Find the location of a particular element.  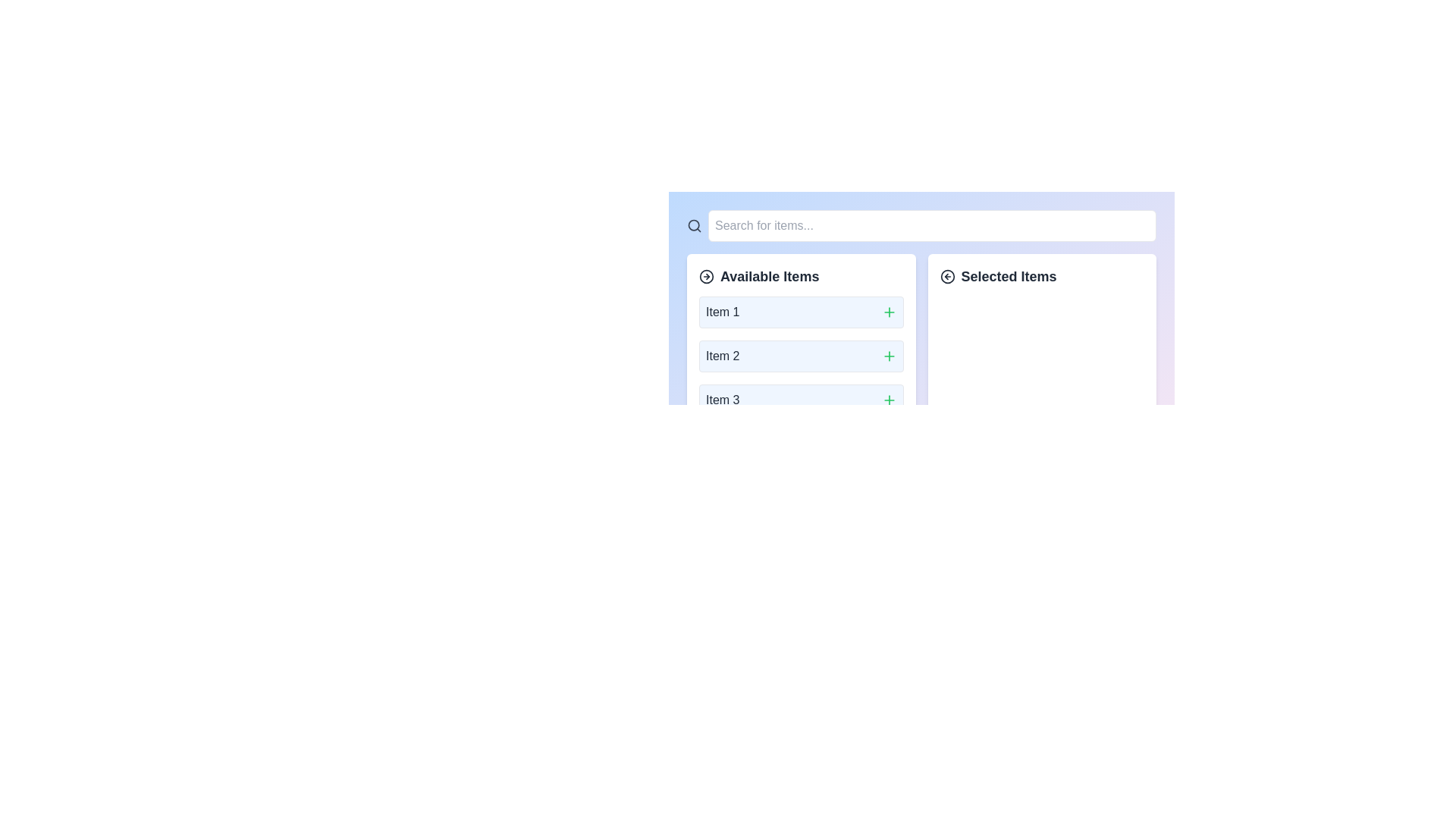

label 'Item 1' which is displayed in a standard sans-serif font style within a light blue background box with a blue border, located in the left column titled 'Available Items' is located at coordinates (722, 312).